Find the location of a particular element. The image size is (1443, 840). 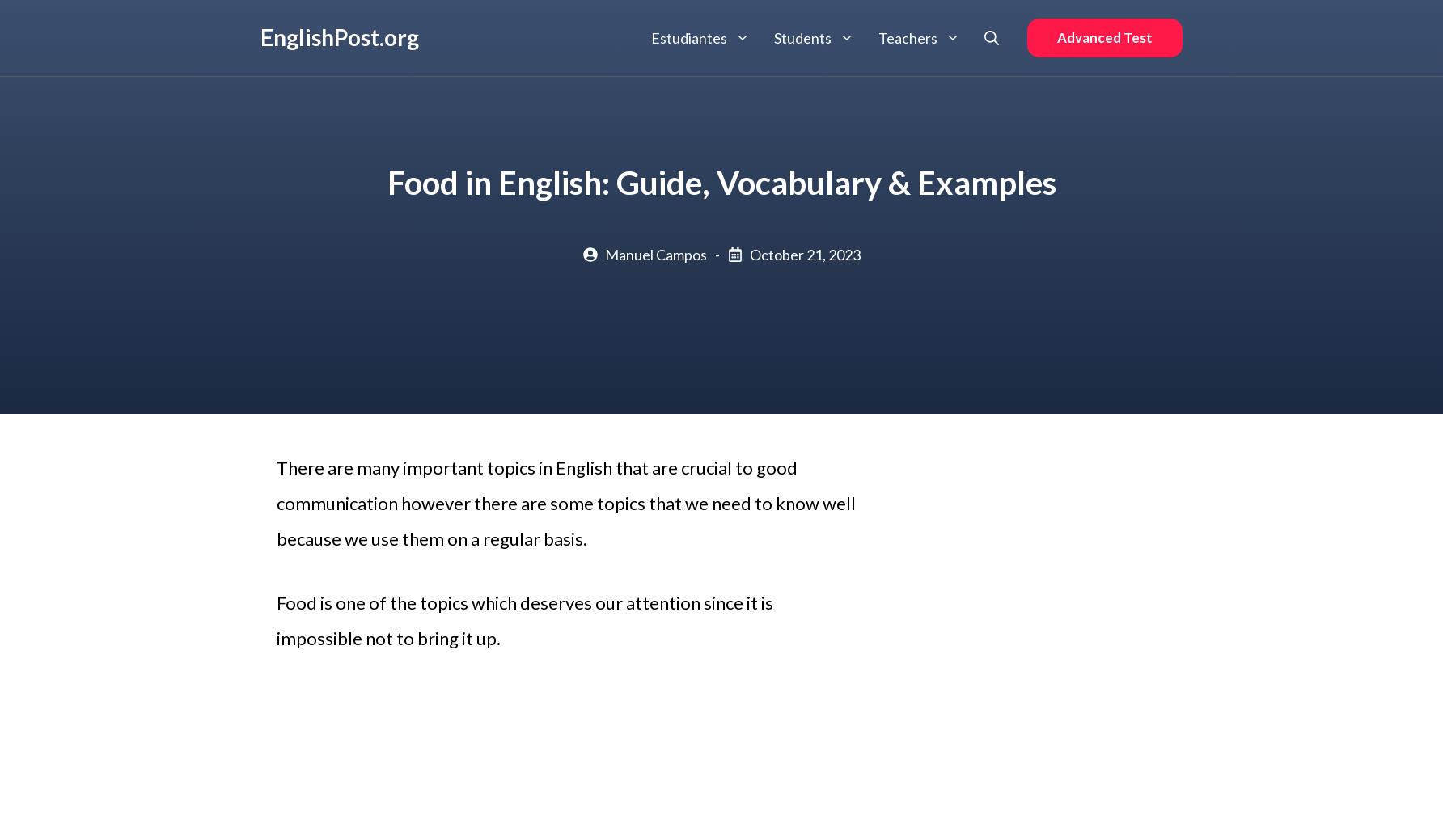

'Manuel Campos' is located at coordinates (654, 255).